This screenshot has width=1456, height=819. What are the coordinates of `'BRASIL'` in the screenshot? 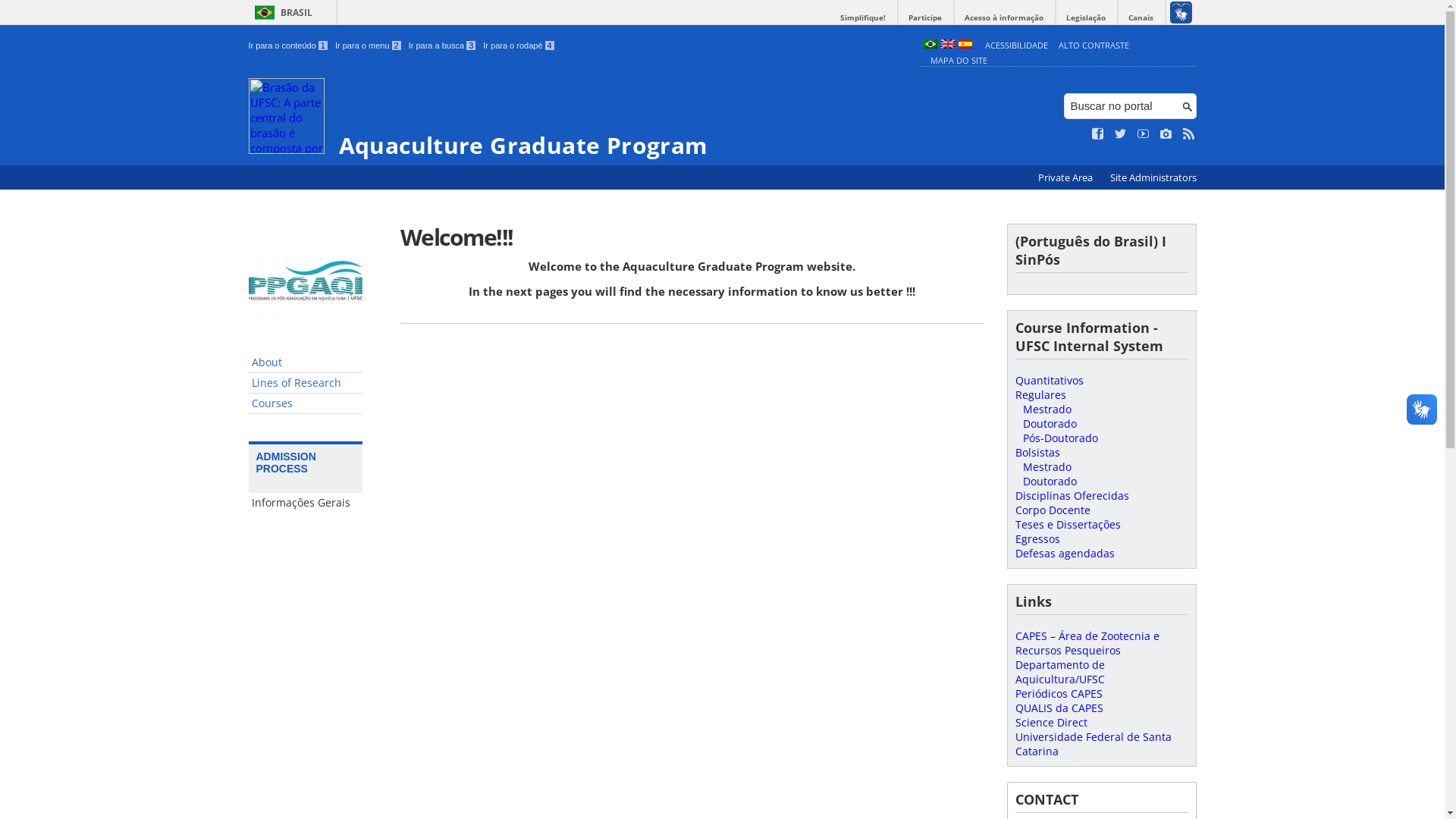 It's located at (281, 12).